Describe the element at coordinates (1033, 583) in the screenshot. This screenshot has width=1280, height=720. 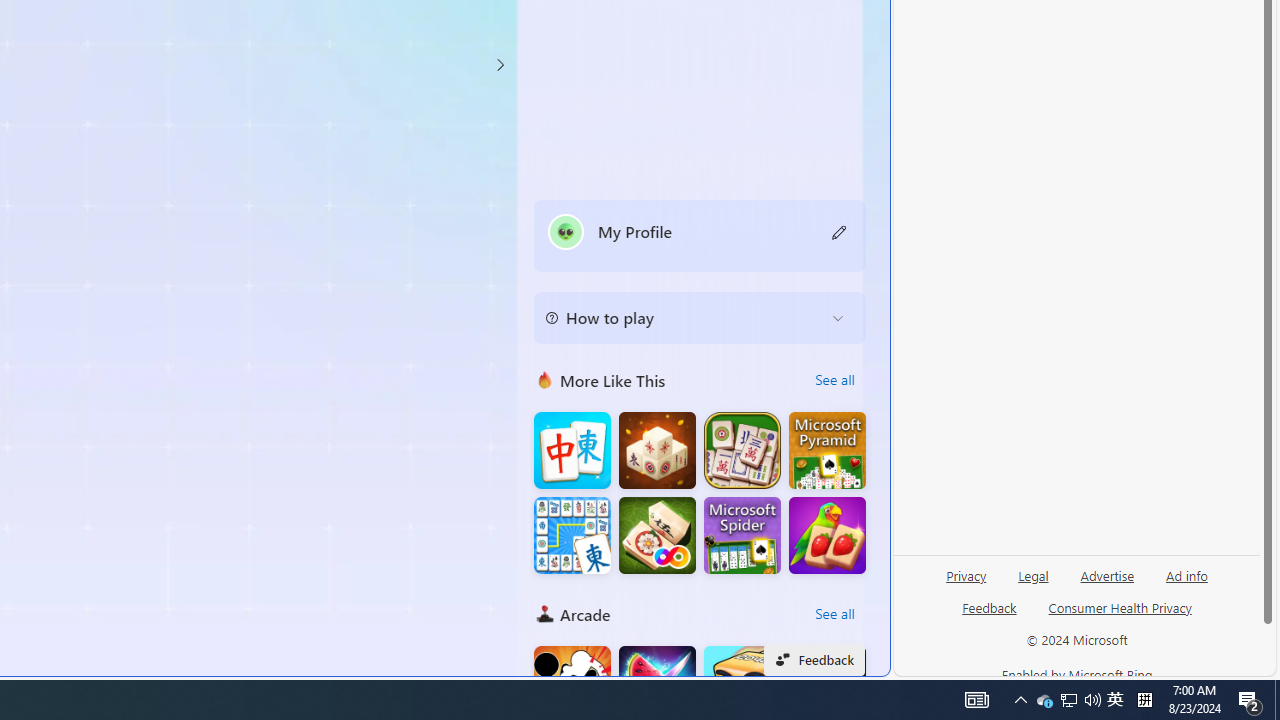
I see `'Legal'` at that location.